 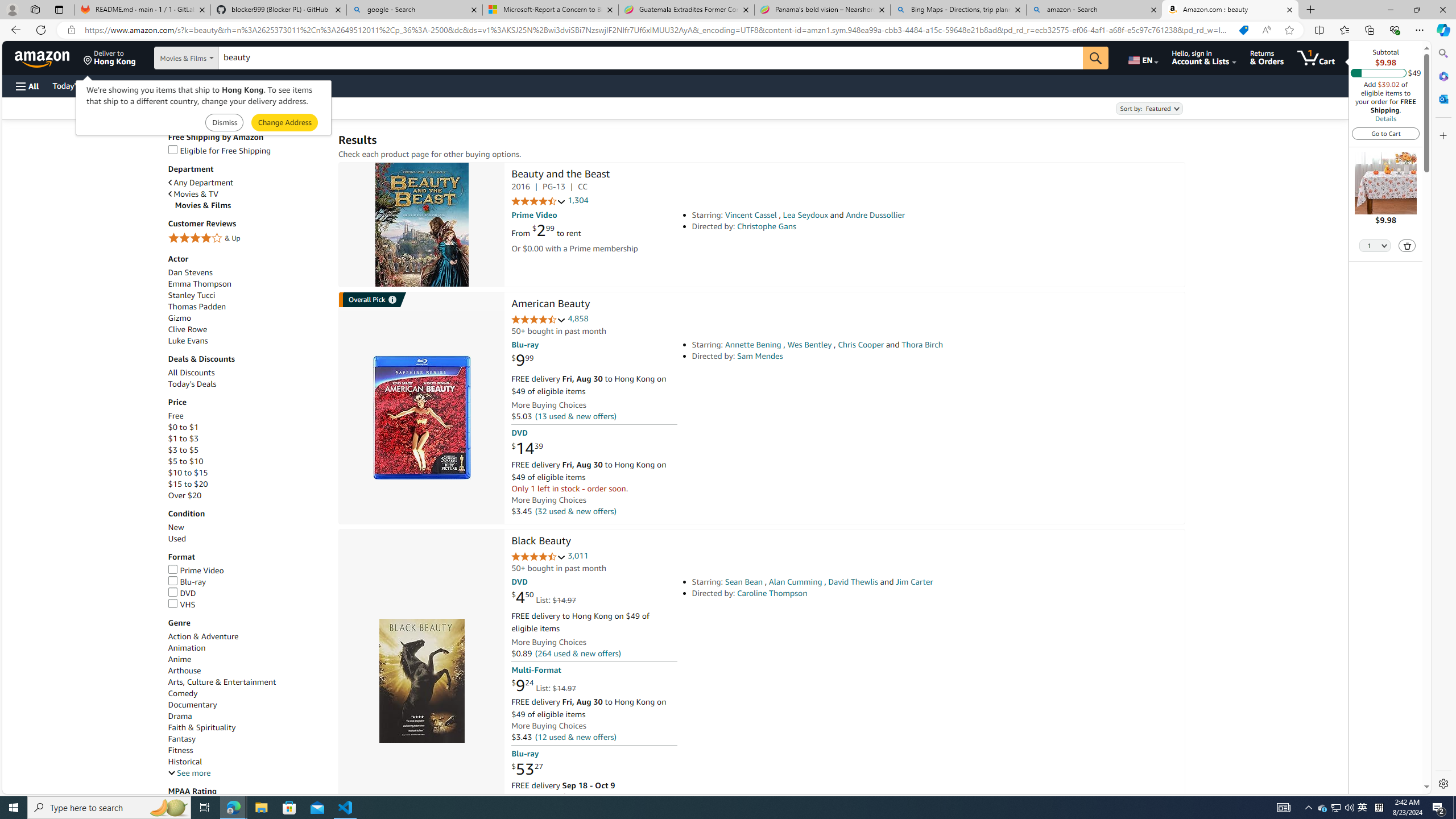 I want to click on 'Eligible for Free Shipping', so click(x=247, y=150).